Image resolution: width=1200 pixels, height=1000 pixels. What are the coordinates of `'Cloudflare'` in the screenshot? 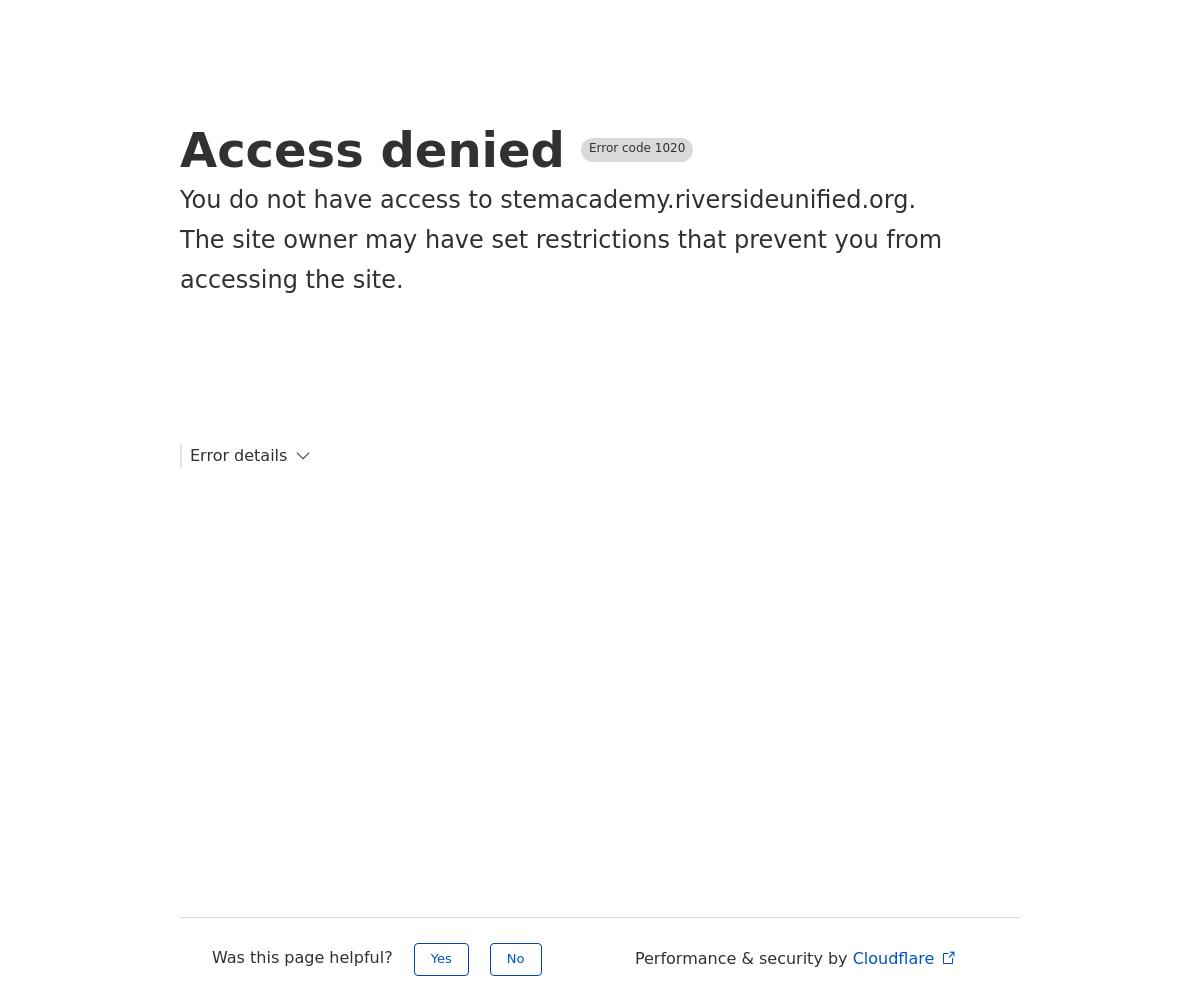 It's located at (894, 957).